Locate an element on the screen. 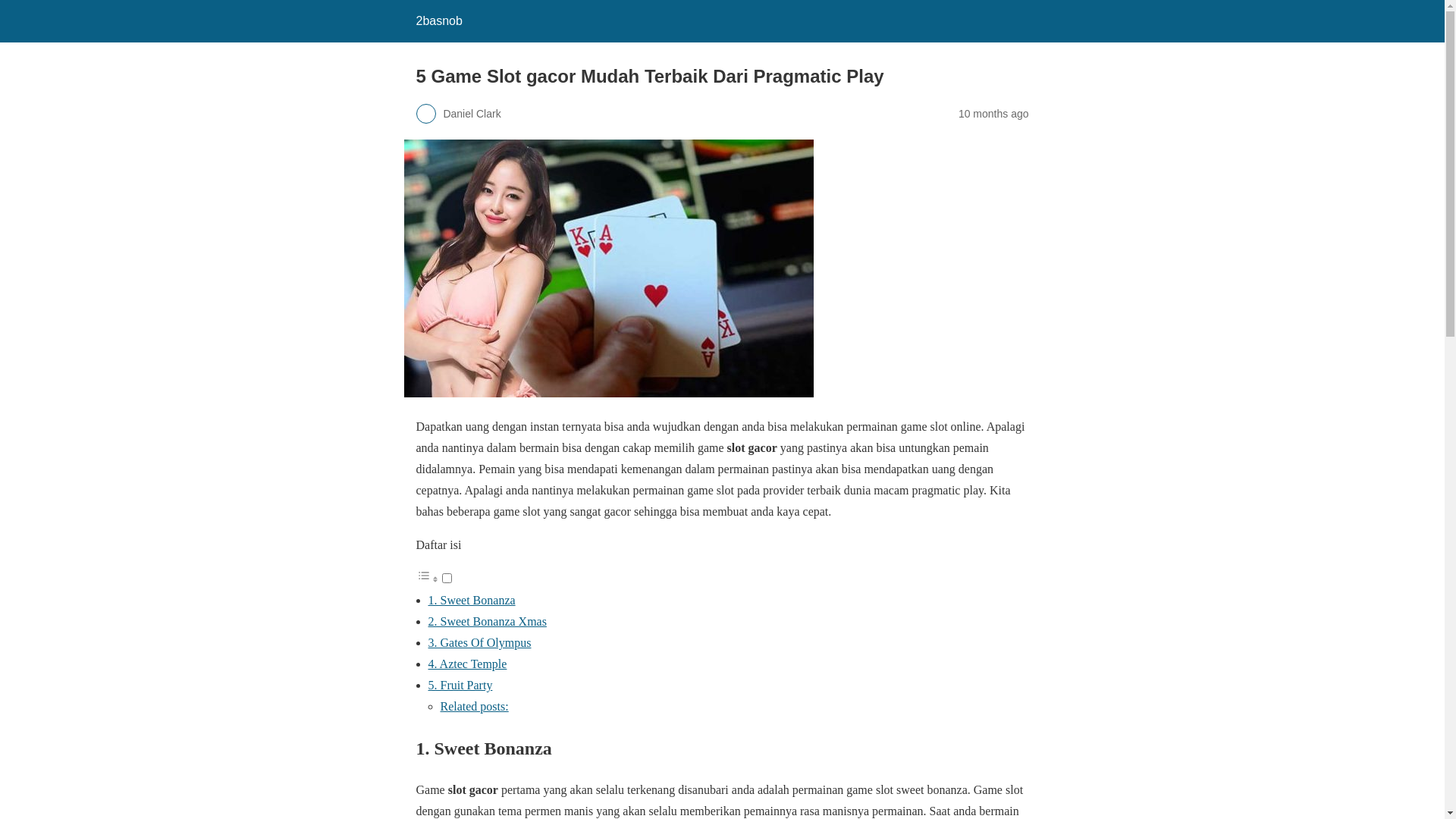 This screenshot has width=1456, height=819. '3. Gates Of Olympus' is located at coordinates (479, 642).